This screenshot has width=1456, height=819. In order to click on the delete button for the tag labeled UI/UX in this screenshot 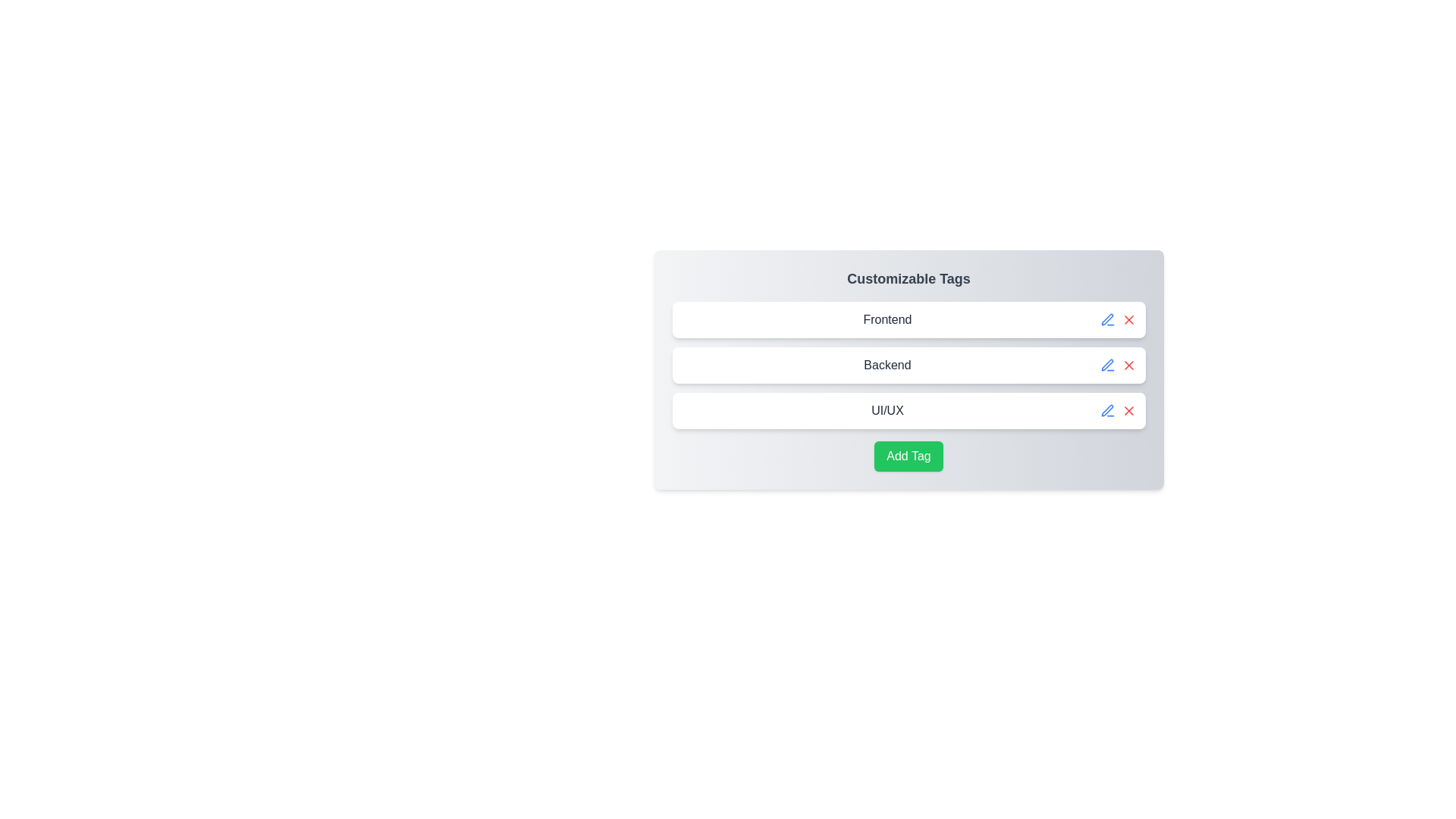, I will do `click(1128, 411)`.